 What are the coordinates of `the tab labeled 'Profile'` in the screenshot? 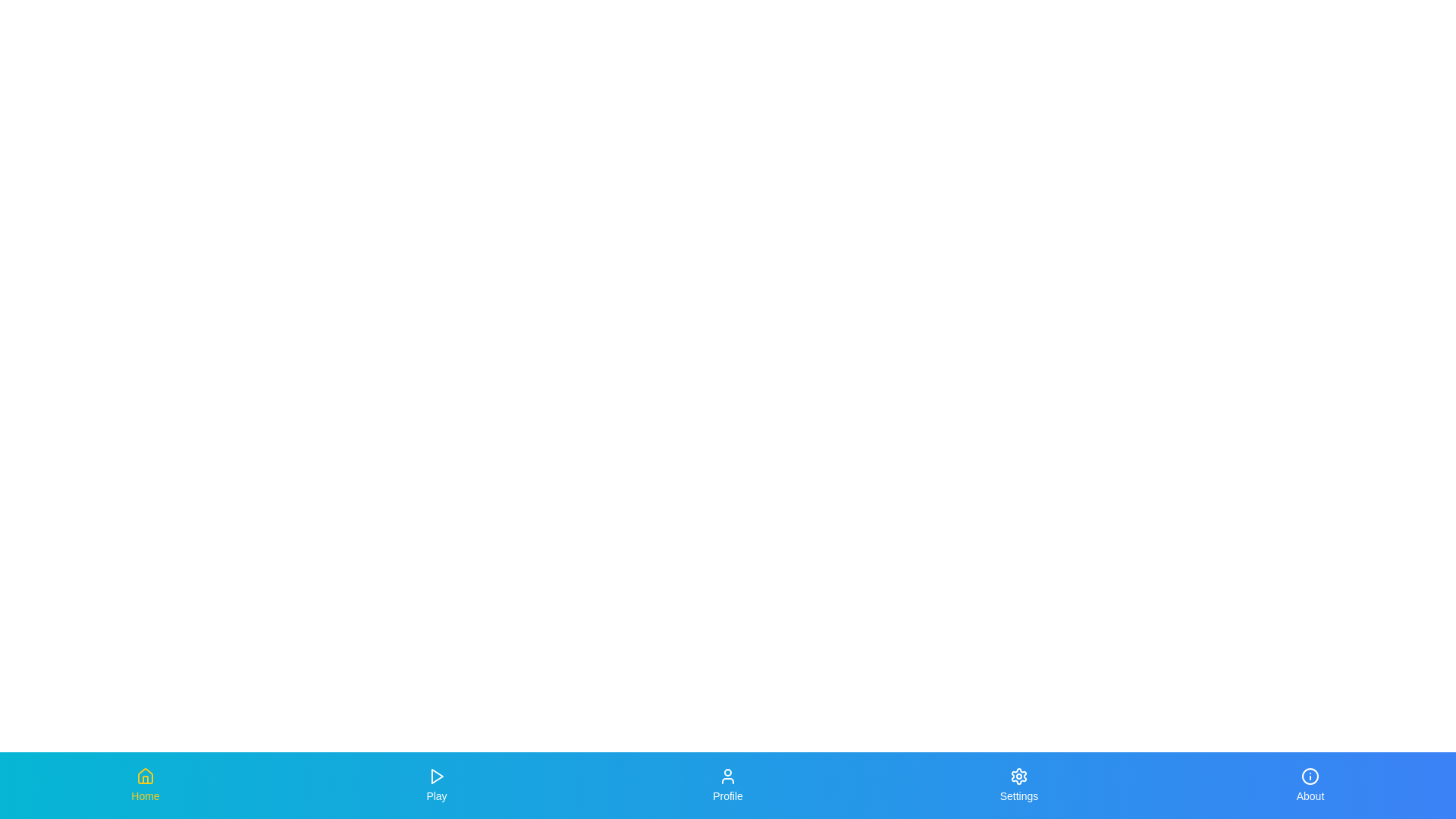 It's located at (728, 785).